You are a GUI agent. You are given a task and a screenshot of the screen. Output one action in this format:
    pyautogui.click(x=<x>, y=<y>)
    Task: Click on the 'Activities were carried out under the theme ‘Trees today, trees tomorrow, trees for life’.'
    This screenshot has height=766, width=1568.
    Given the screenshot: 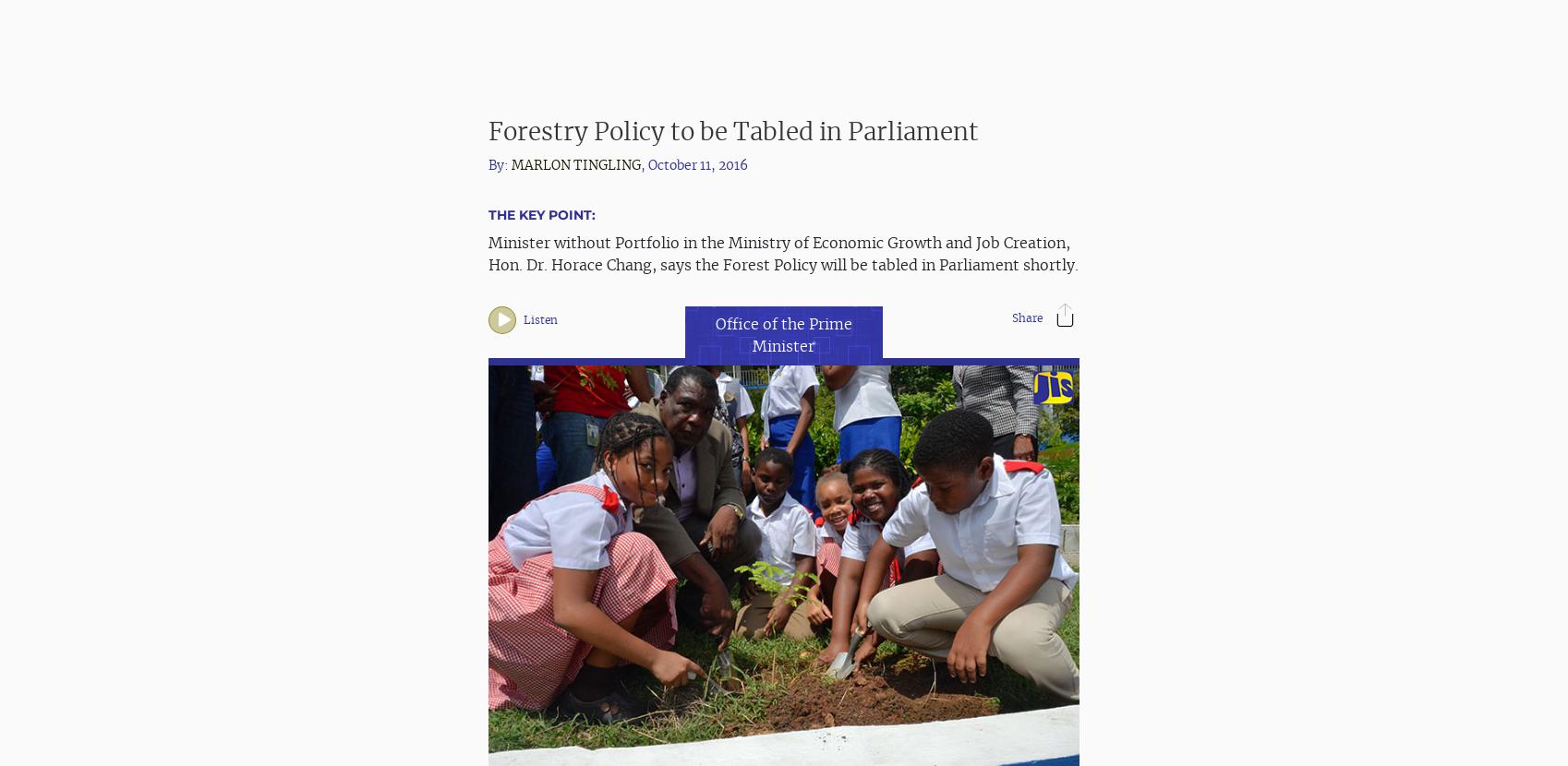 What is the action you would take?
    pyautogui.click(x=488, y=566)
    